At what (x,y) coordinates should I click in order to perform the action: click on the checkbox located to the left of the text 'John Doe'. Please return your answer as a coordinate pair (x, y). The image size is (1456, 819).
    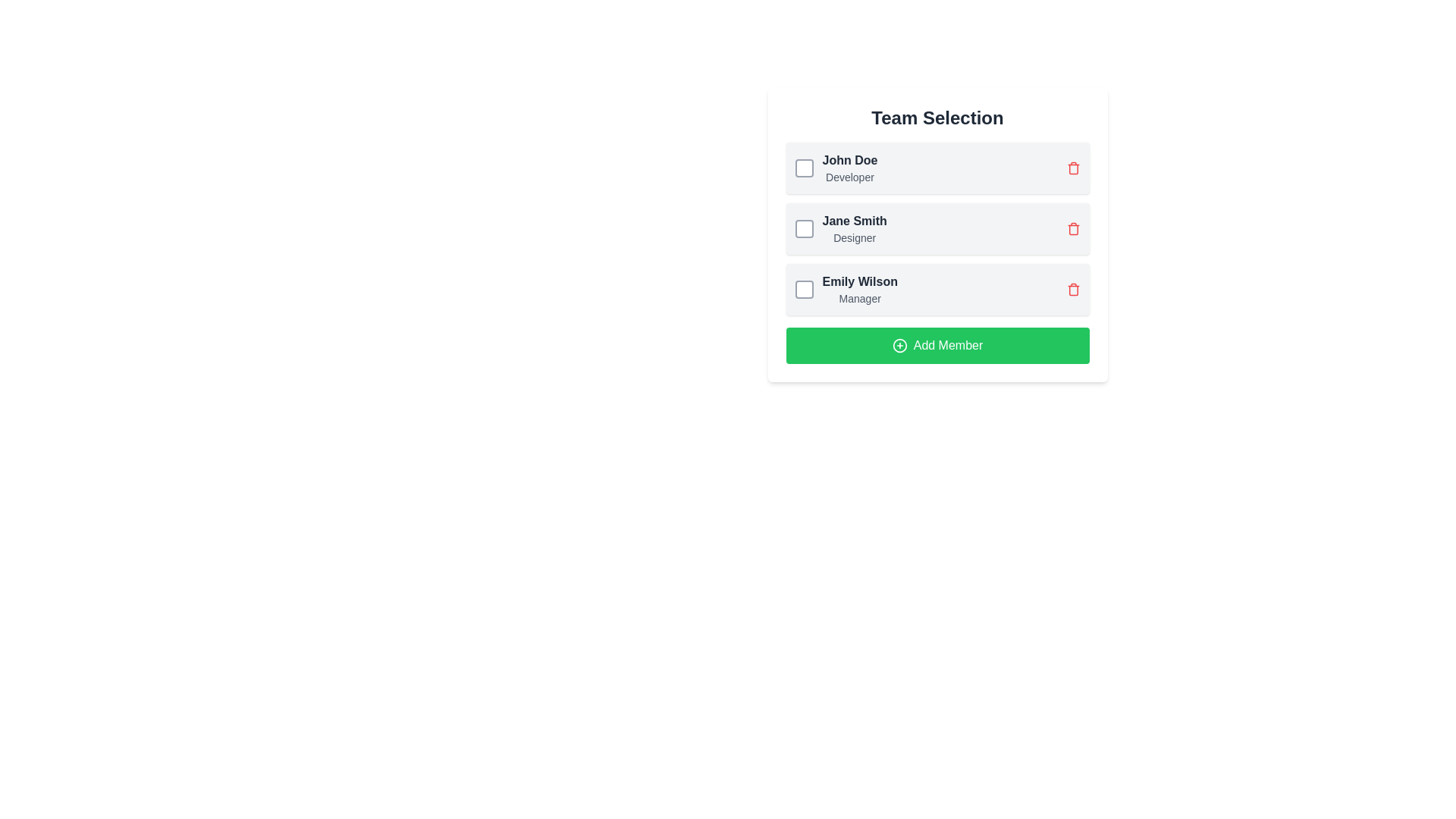
    Looking at the image, I should click on (803, 168).